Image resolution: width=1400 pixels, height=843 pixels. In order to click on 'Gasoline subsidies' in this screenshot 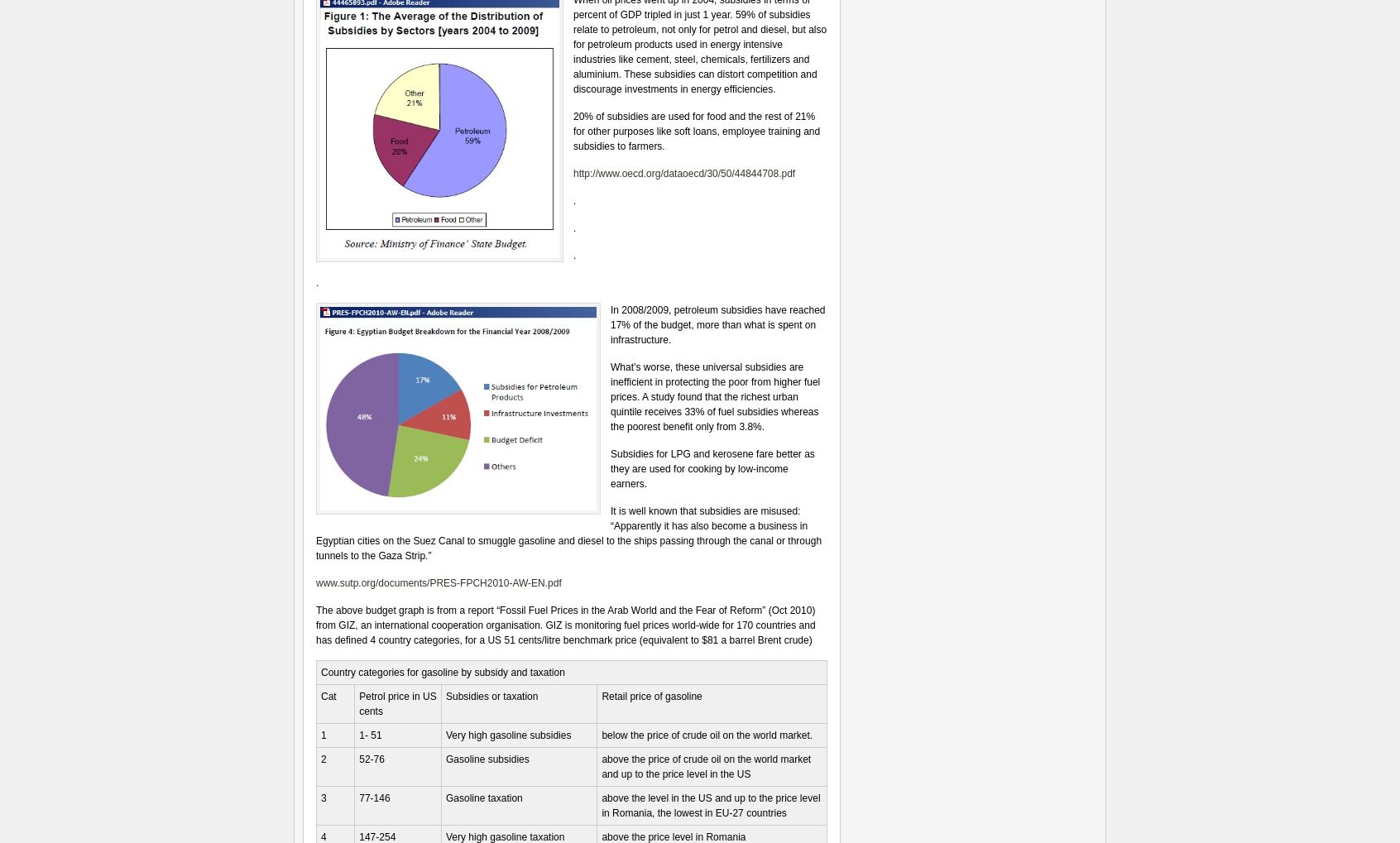, I will do `click(486, 759)`.